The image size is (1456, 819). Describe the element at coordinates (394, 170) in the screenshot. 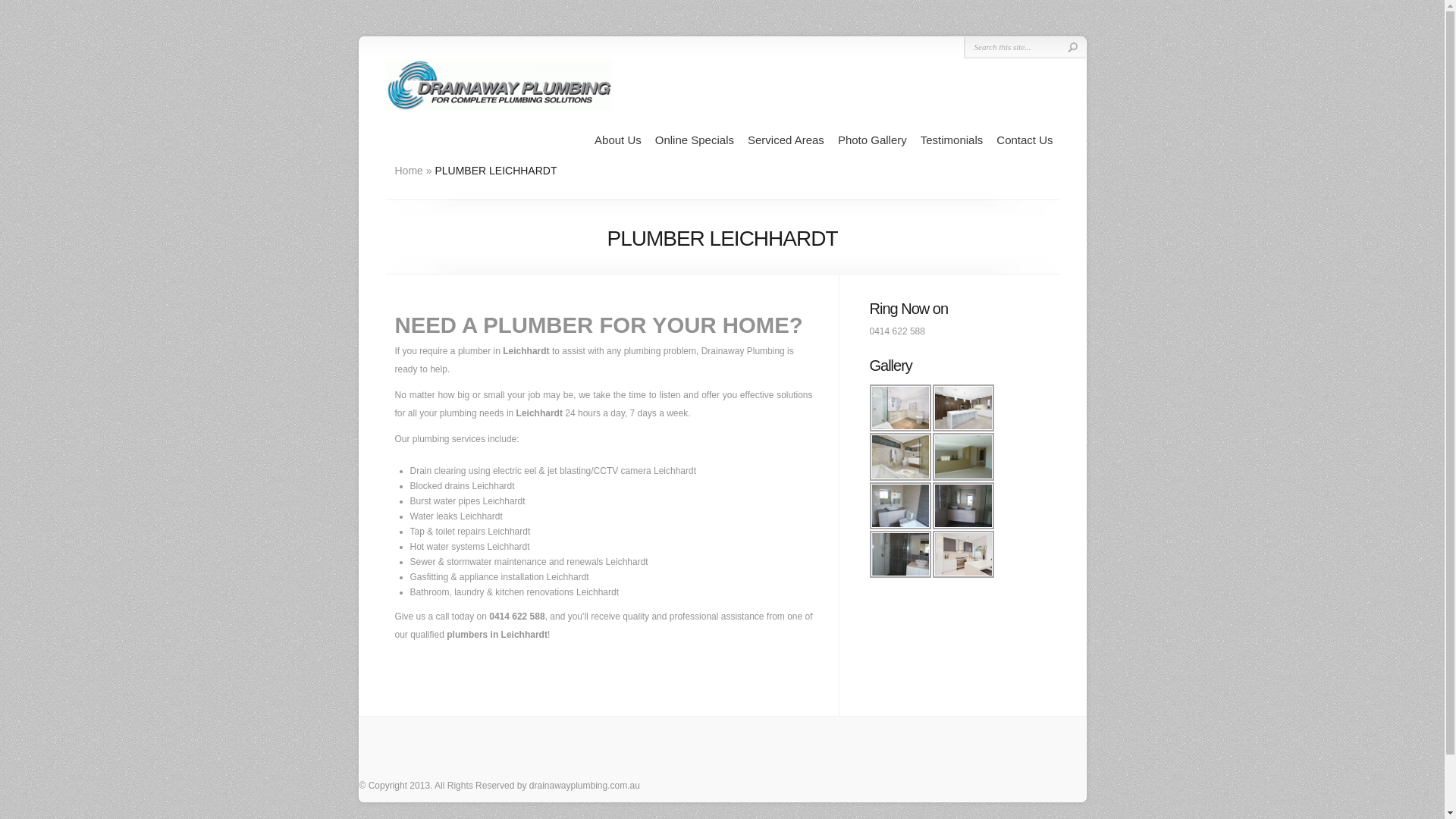

I see `'Home'` at that location.